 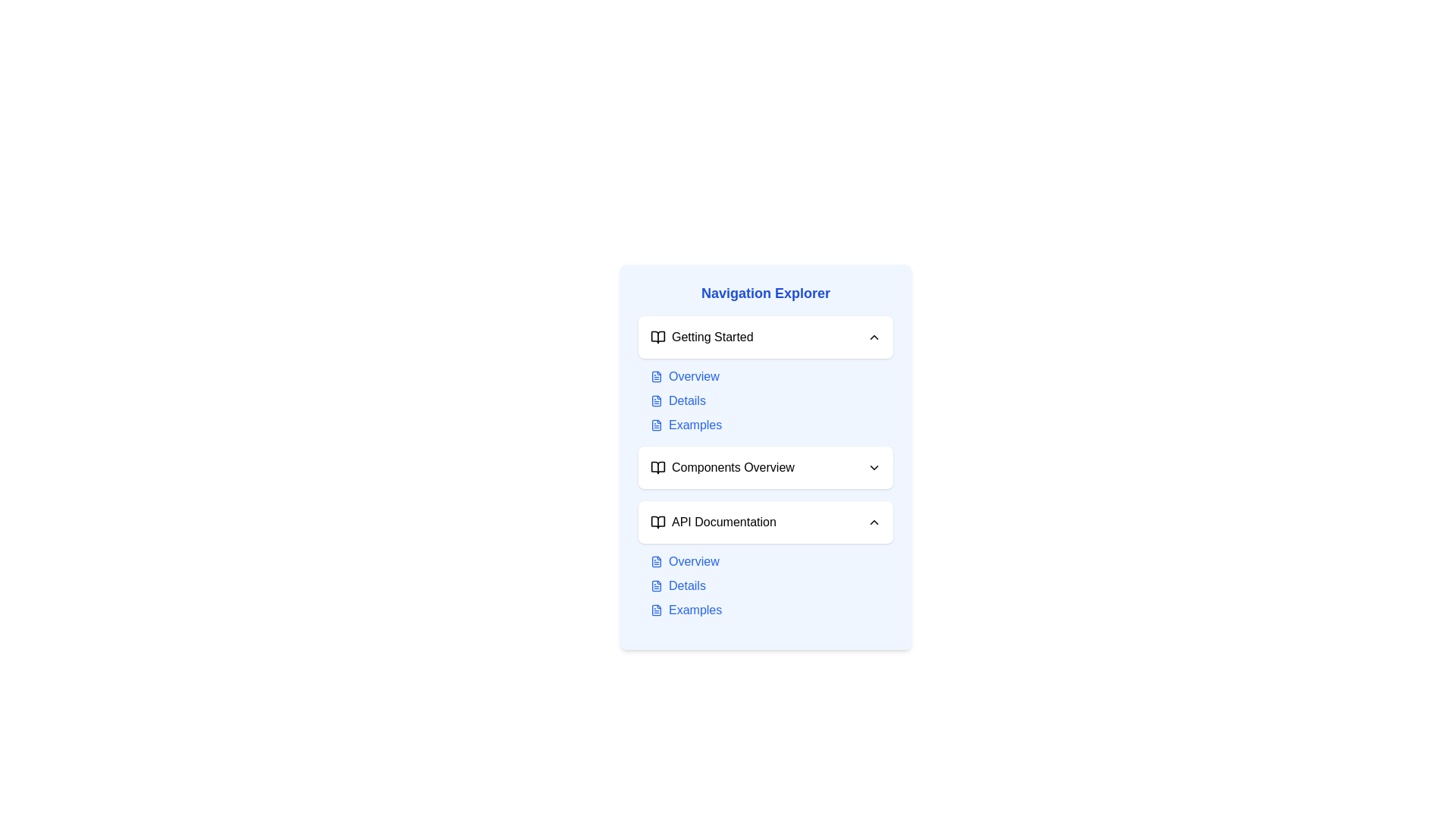 I want to click on the entries of the navigation list under the 'API Documentation' section, so click(x=771, y=585).